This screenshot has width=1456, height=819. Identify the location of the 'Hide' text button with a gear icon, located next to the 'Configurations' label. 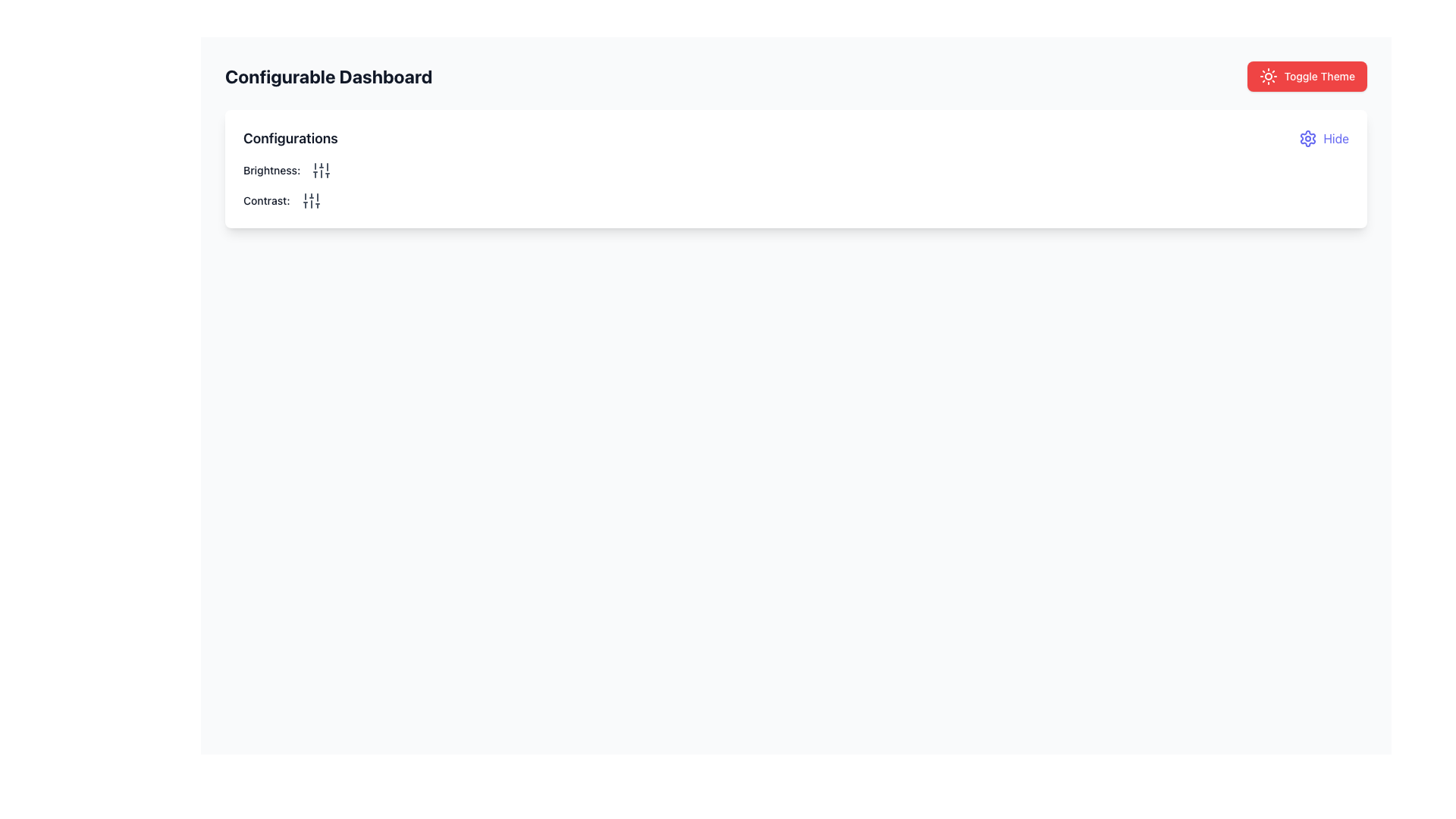
(1323, 138).